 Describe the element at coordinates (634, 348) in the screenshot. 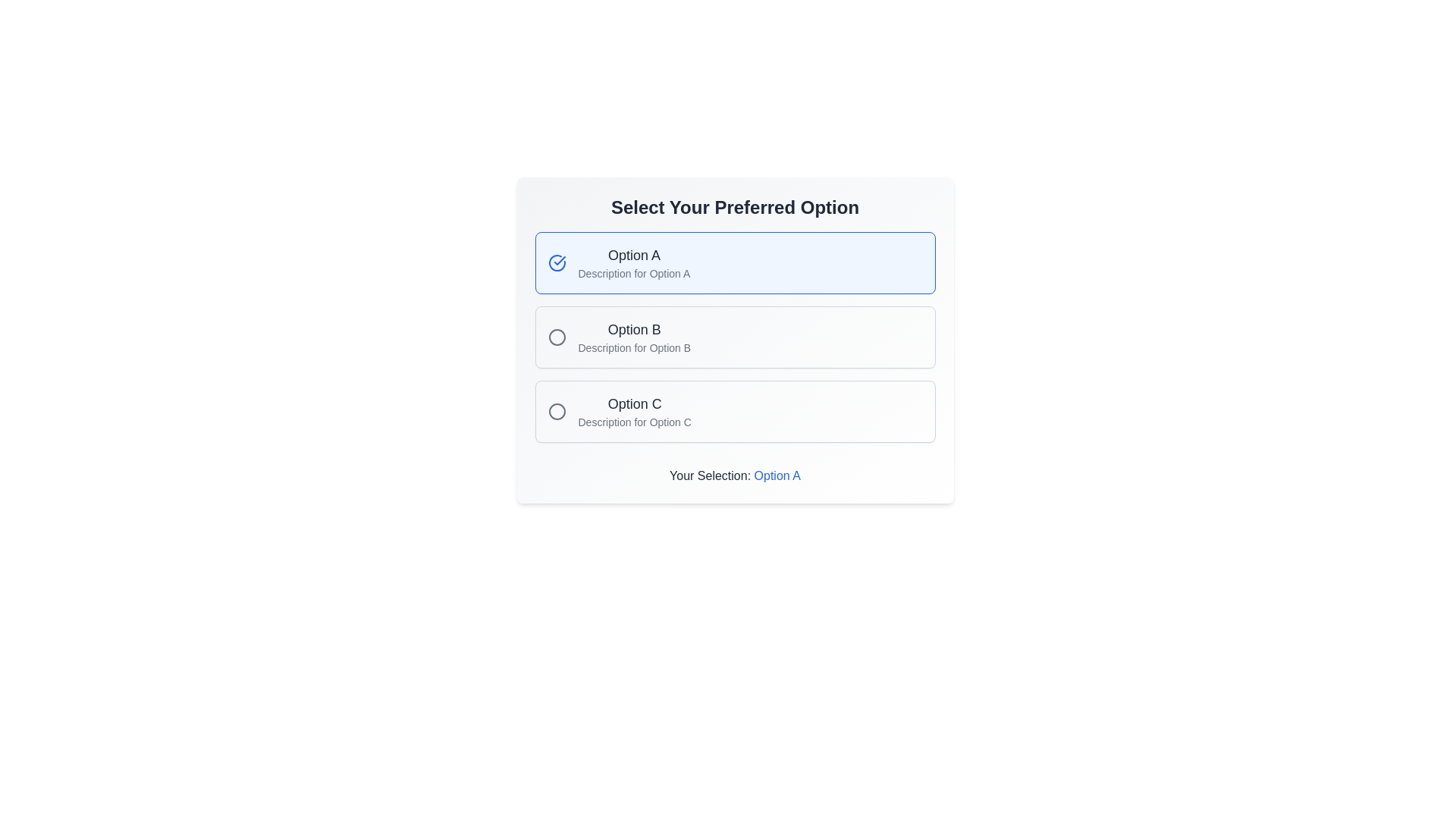

I see `the Text Label containing 'Description for Option B', which is styled with a small gray font and located beneath the title 'Option B'` at that location.